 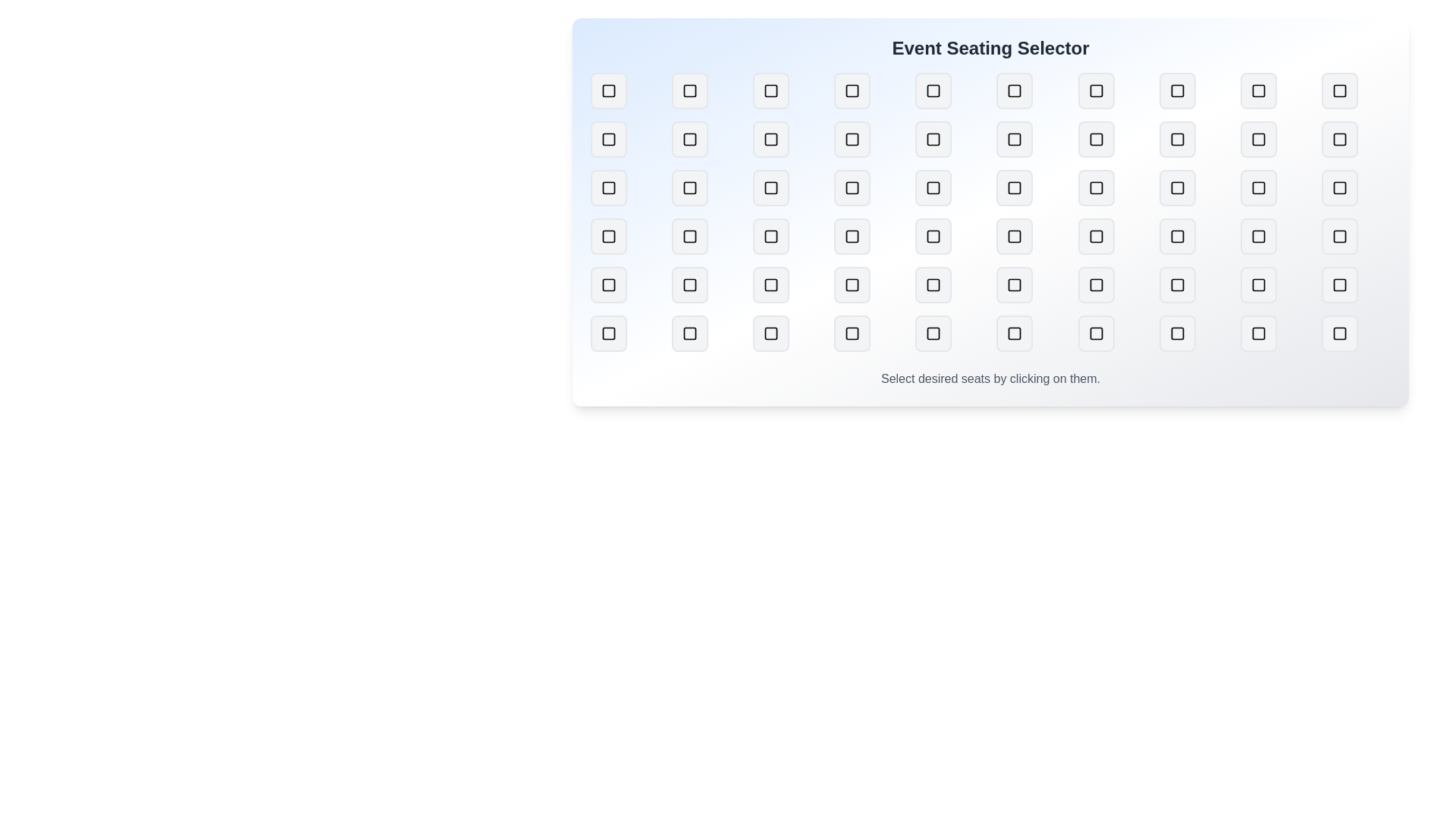 What do you see at coordinates (990, 378) in the screenshot?
I see `the instruction text at the bottom of the component` at bounding box center [990, 378].